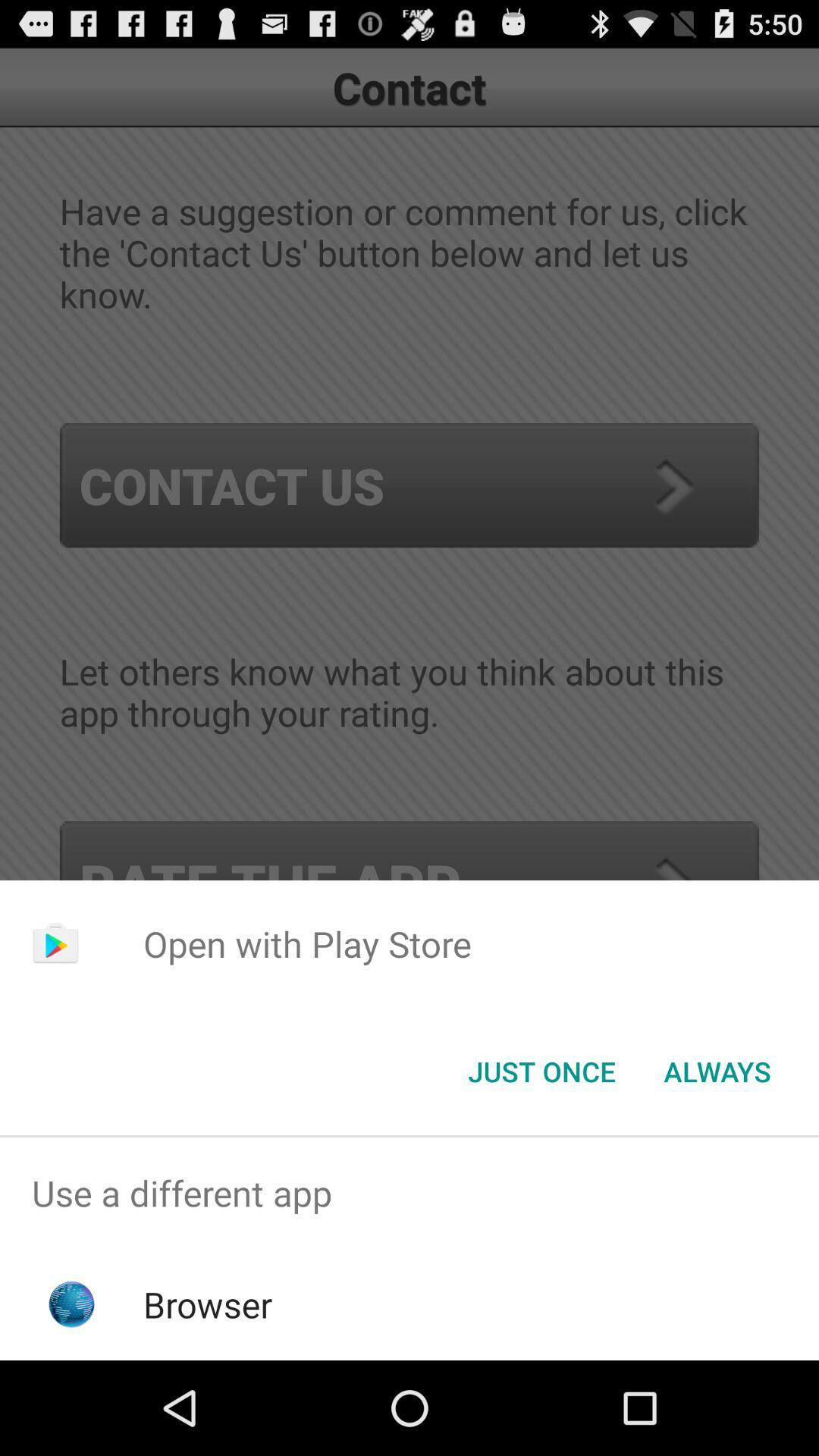 Image resolution: width=819 pixels, height=1456 pixels. What do you see at coordinates (409, 1192) in the screenshot?
I see `use a different` at bounding box center [409, 1192].